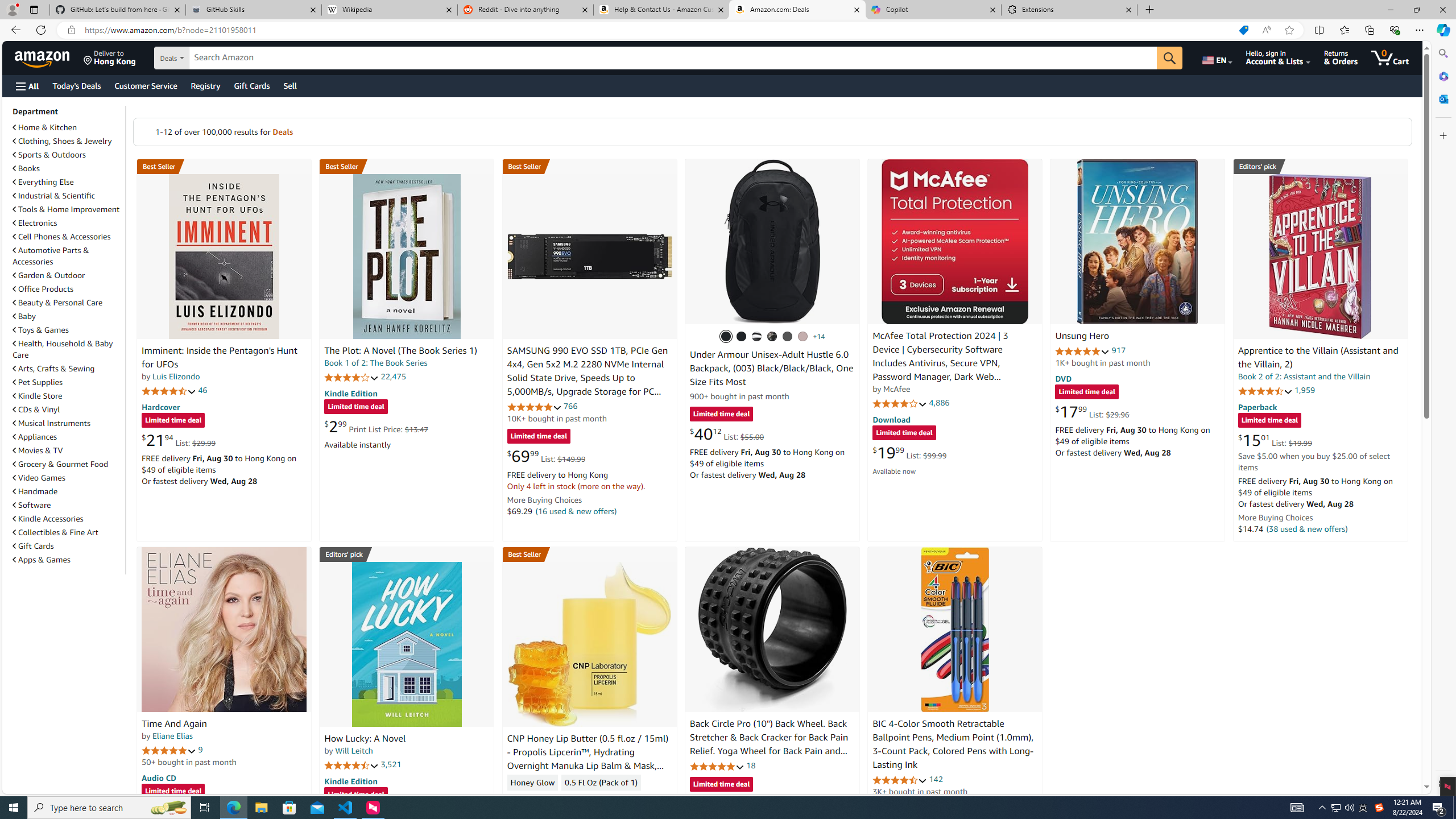 This screenshot has height=819, width=1456. Describe the element at coordinates (1169, 58) in the screenshot. I see `'Go'` at that location.